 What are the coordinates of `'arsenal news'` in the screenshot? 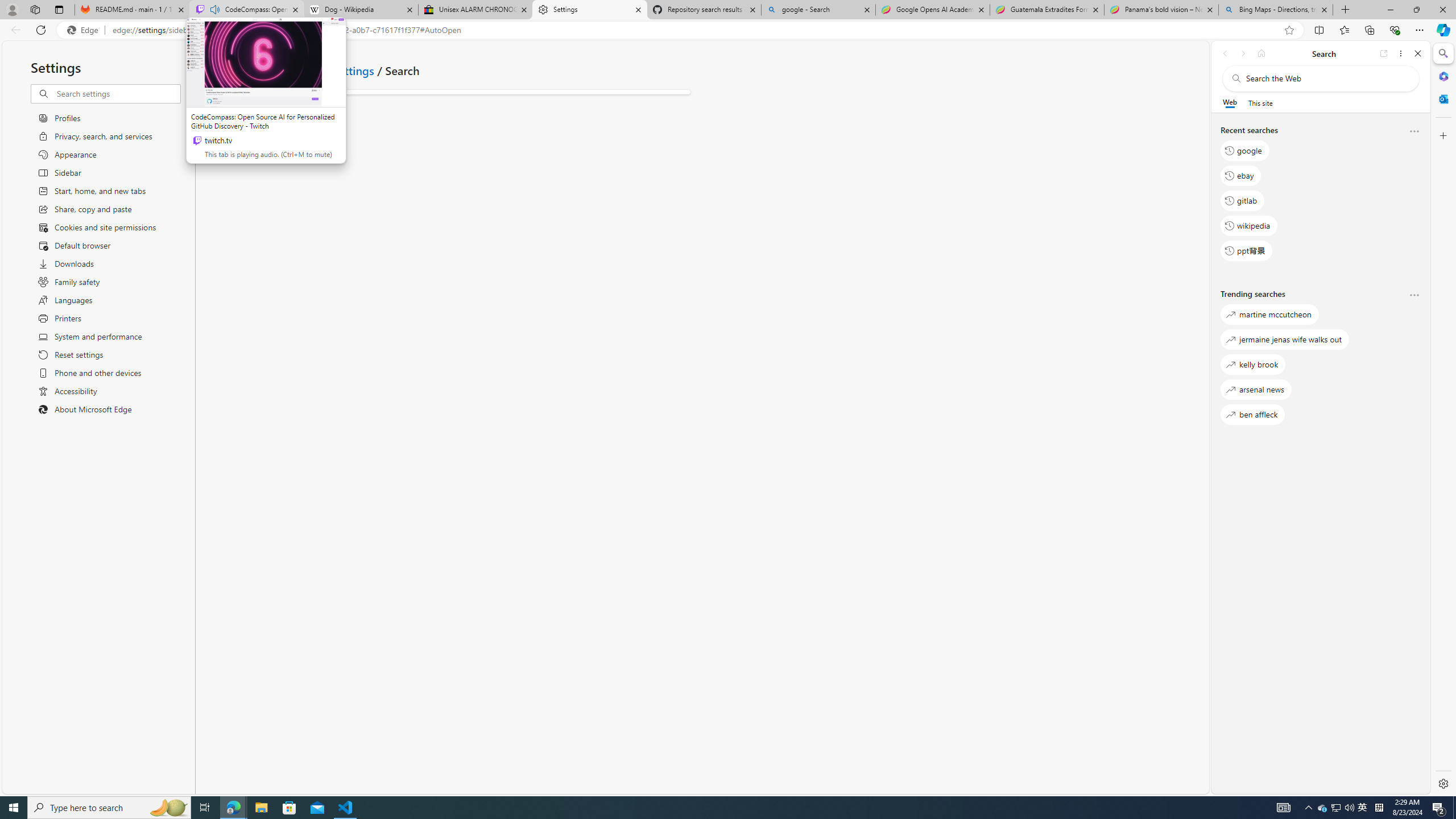 It's located at (1256, 388).